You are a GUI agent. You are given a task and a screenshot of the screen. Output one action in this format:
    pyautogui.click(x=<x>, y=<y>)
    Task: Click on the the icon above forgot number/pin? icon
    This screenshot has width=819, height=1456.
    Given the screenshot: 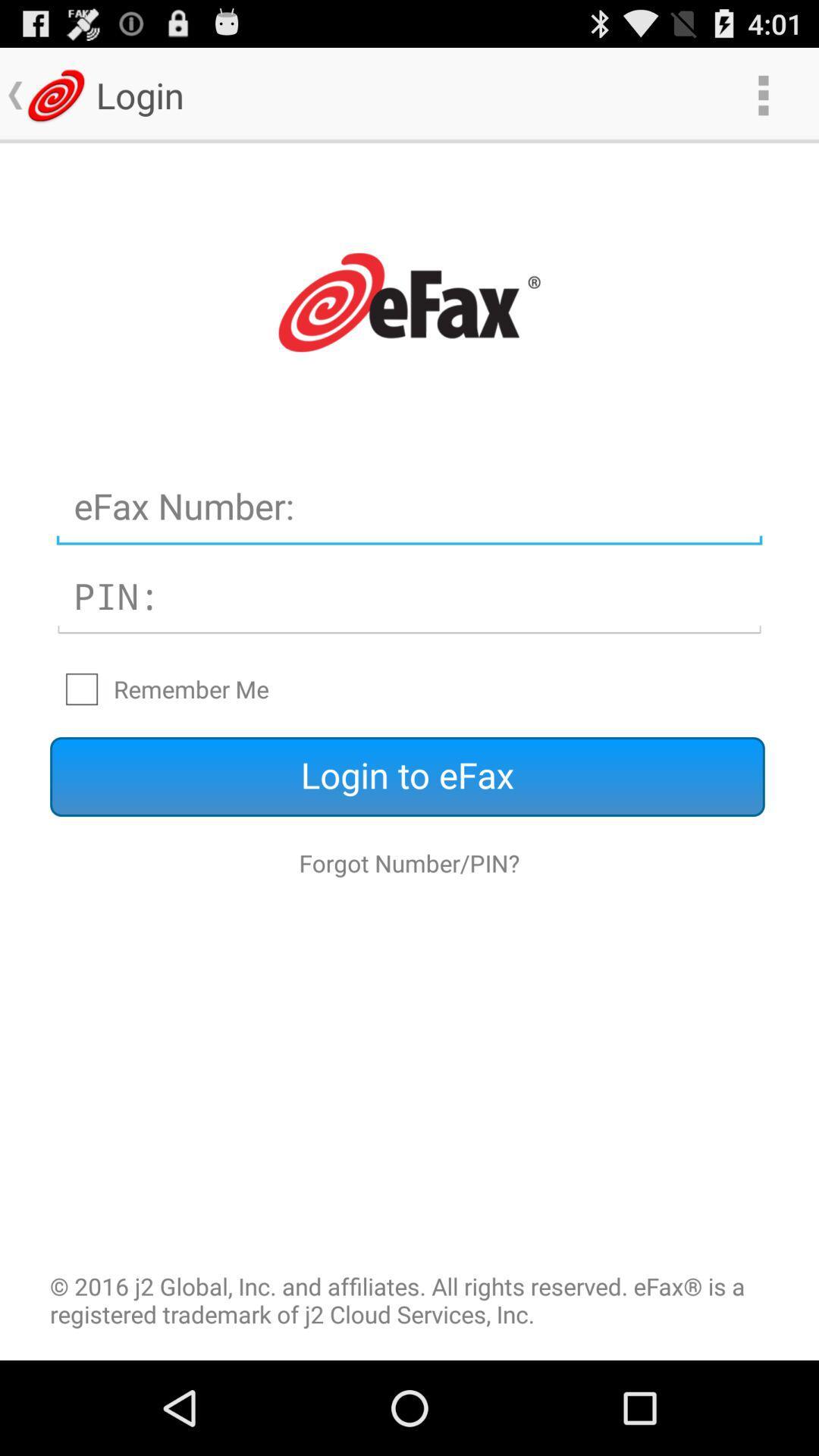 What is the action you would take?
    pyautogui.click(x=406, y=777)
    